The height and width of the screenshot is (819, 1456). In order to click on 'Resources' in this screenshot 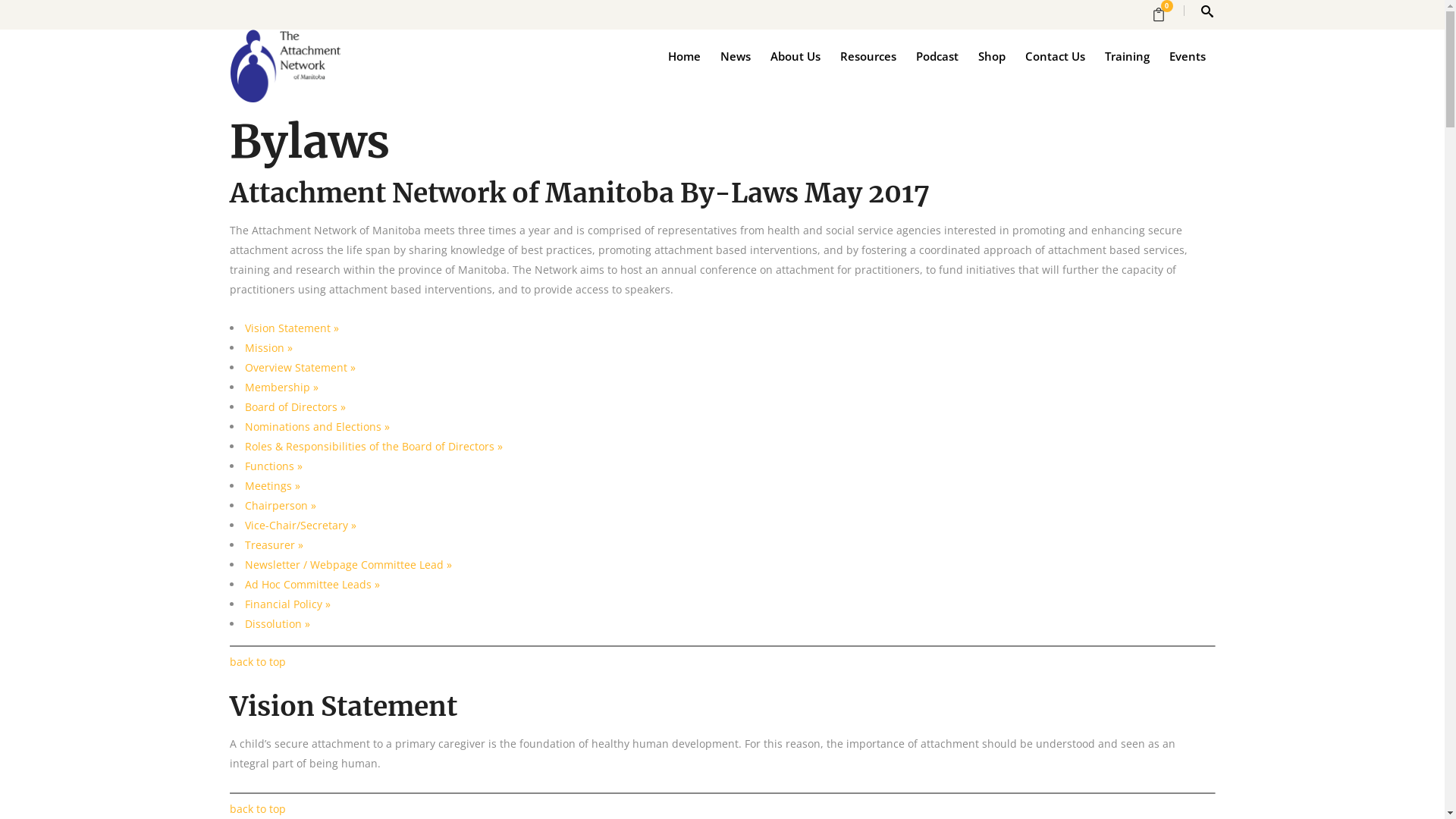, I will do `click(867, 55)`.